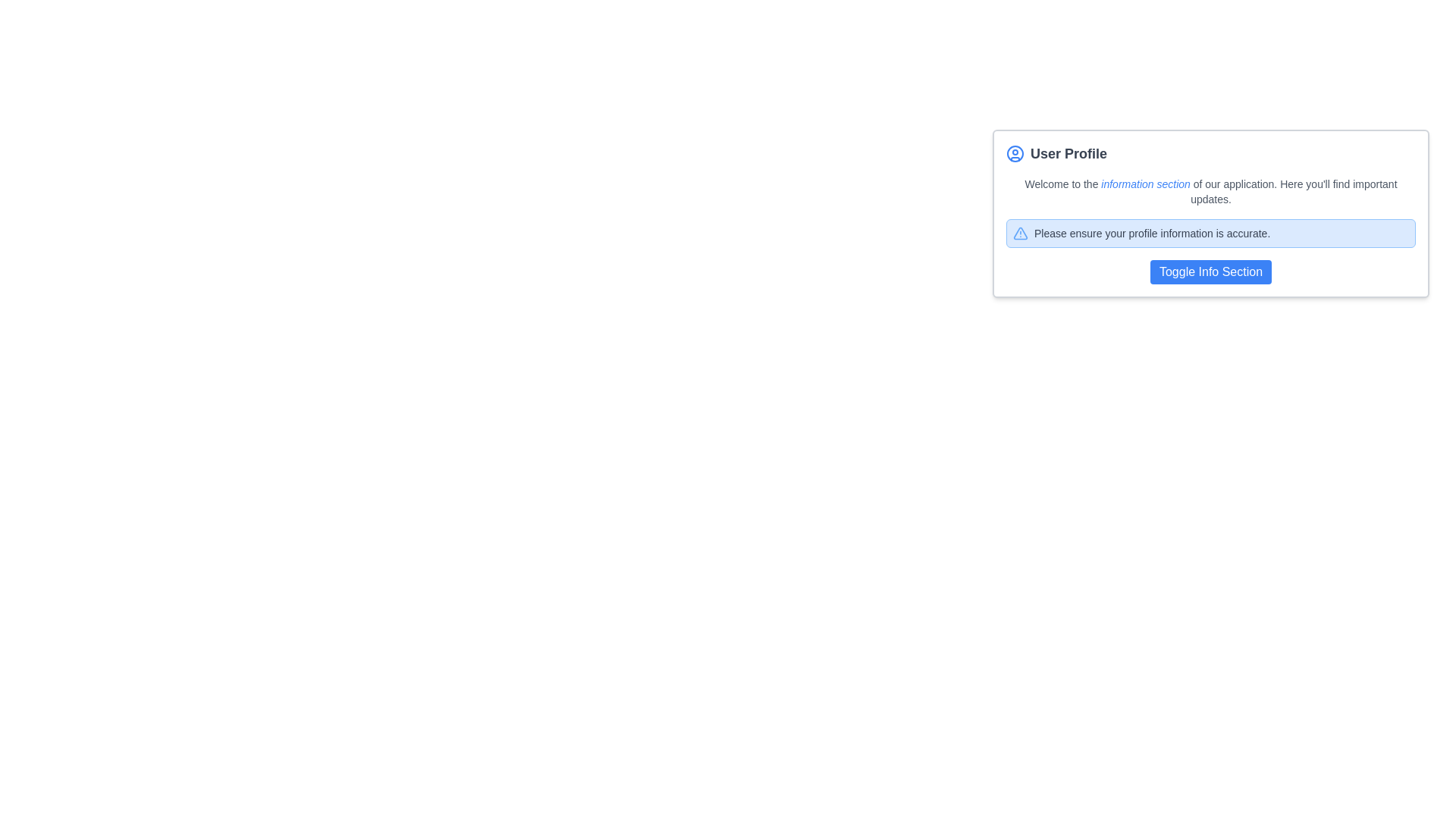 The height and width of the screenshot is (819, 1456). I want to click on the outer circle of the user profile icon, which is blue in color and located at the top-left corner of the 'User Profile' section, so click(1015, 154).